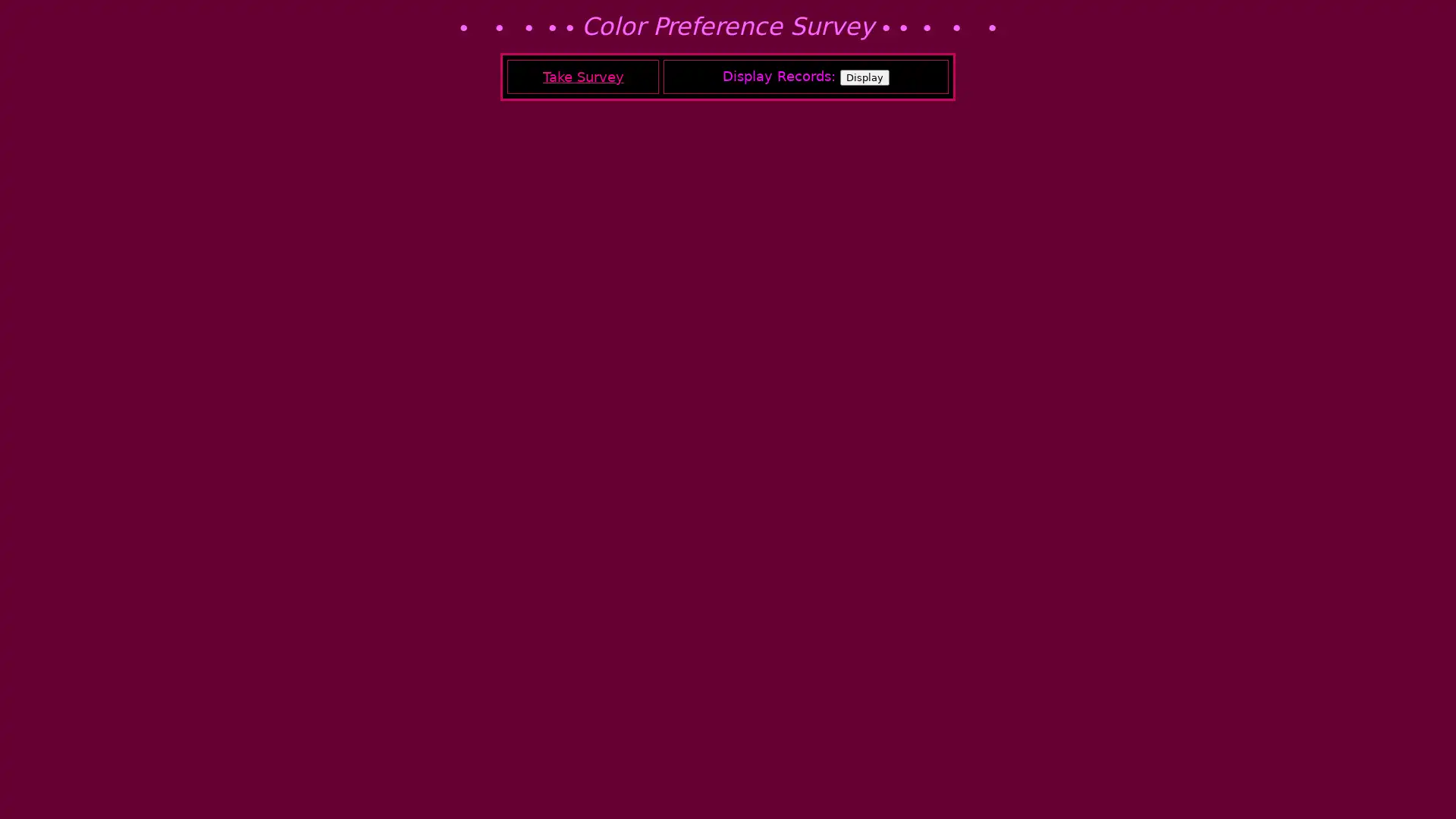  I want to click on Display, so click(864, 77).